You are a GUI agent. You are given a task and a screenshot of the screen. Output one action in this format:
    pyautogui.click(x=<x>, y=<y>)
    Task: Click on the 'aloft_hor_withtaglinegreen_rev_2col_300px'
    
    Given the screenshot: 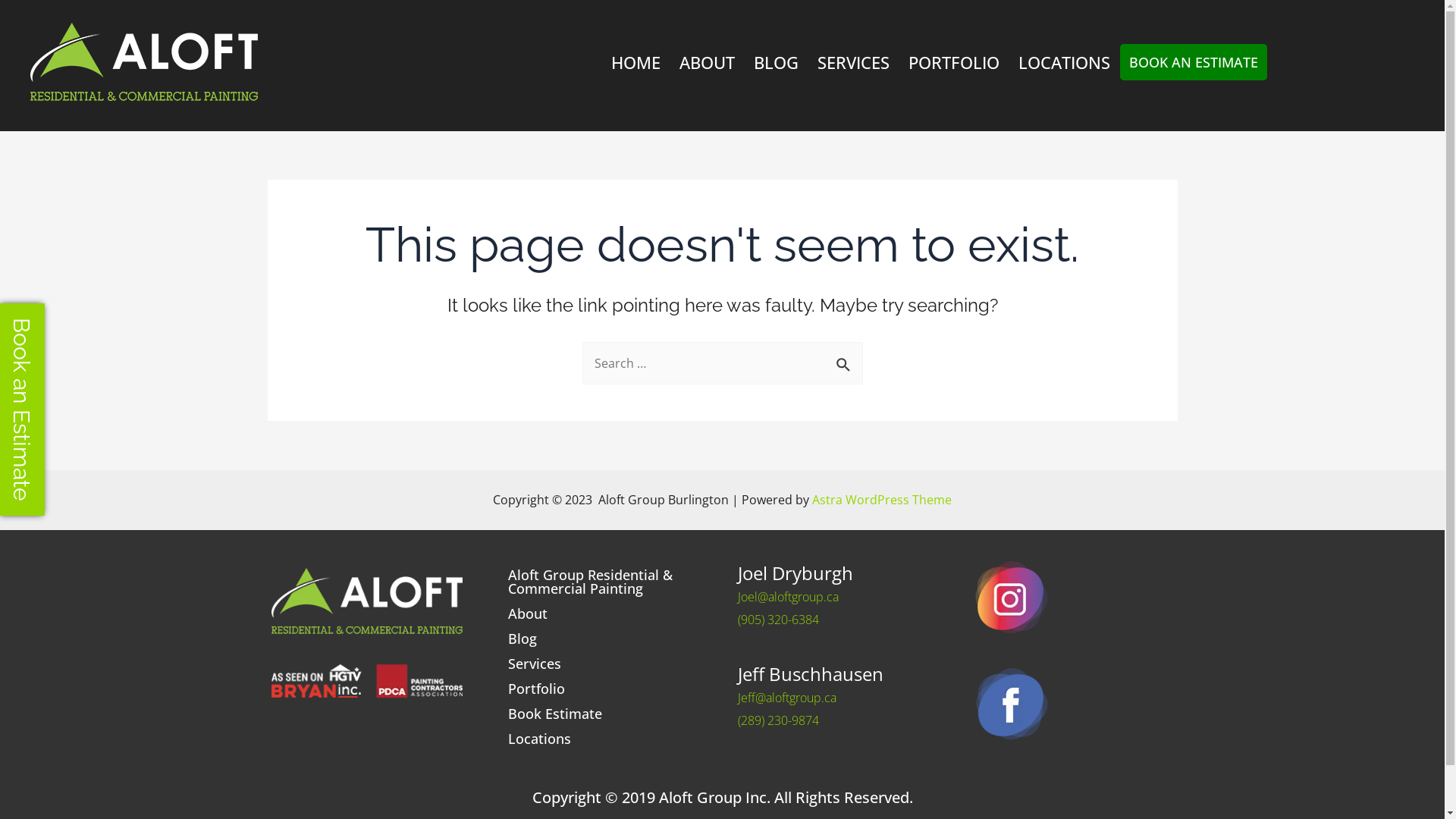 What is the action you would take?
    pyautogui.click(x=144, y=61)
    